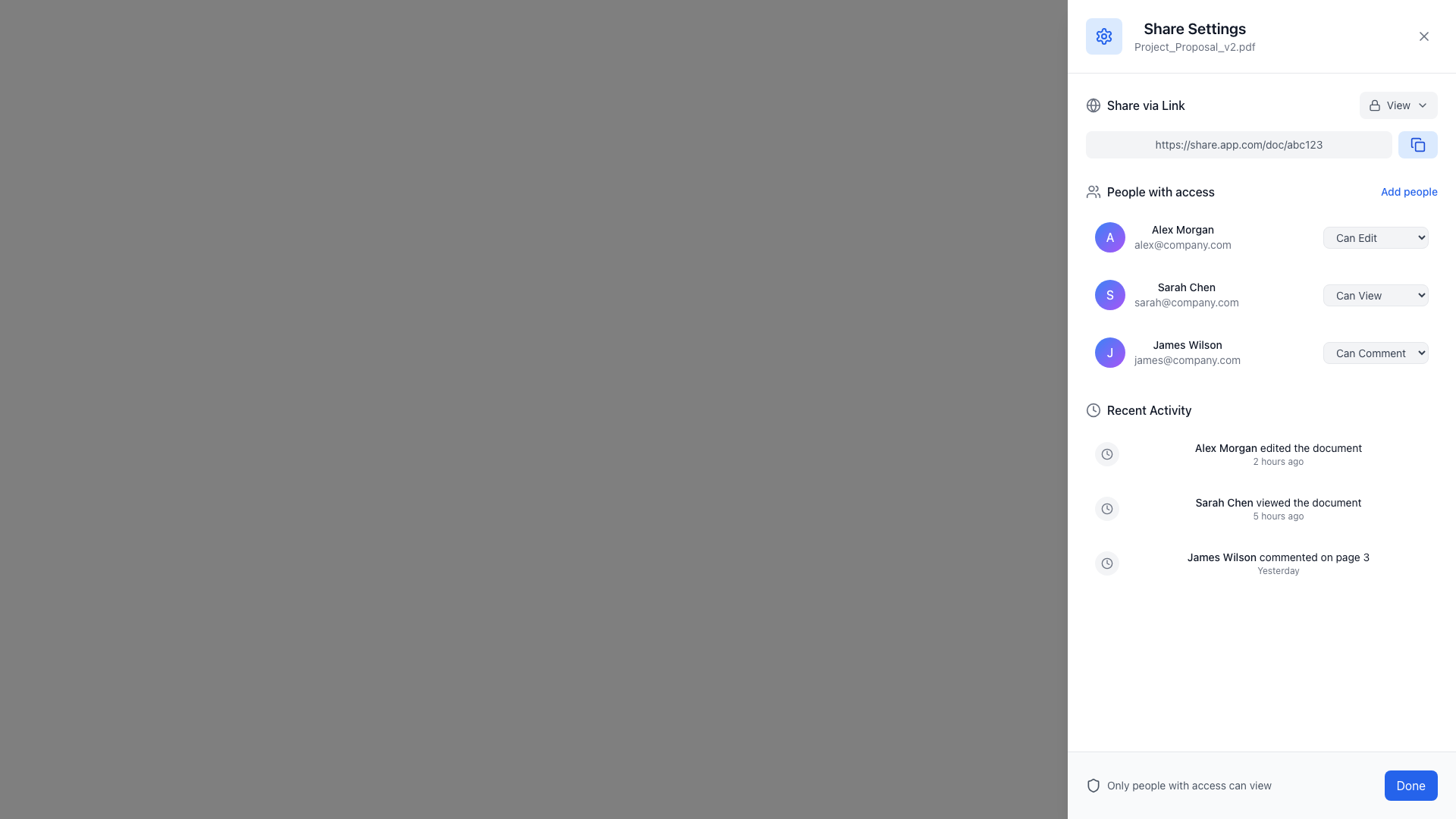 This screenshot has height=819, width=1456. I want to click on the SVG circle component that resembles a clock, located near the activity feed section of the right-side panel, so click(1106, 563).